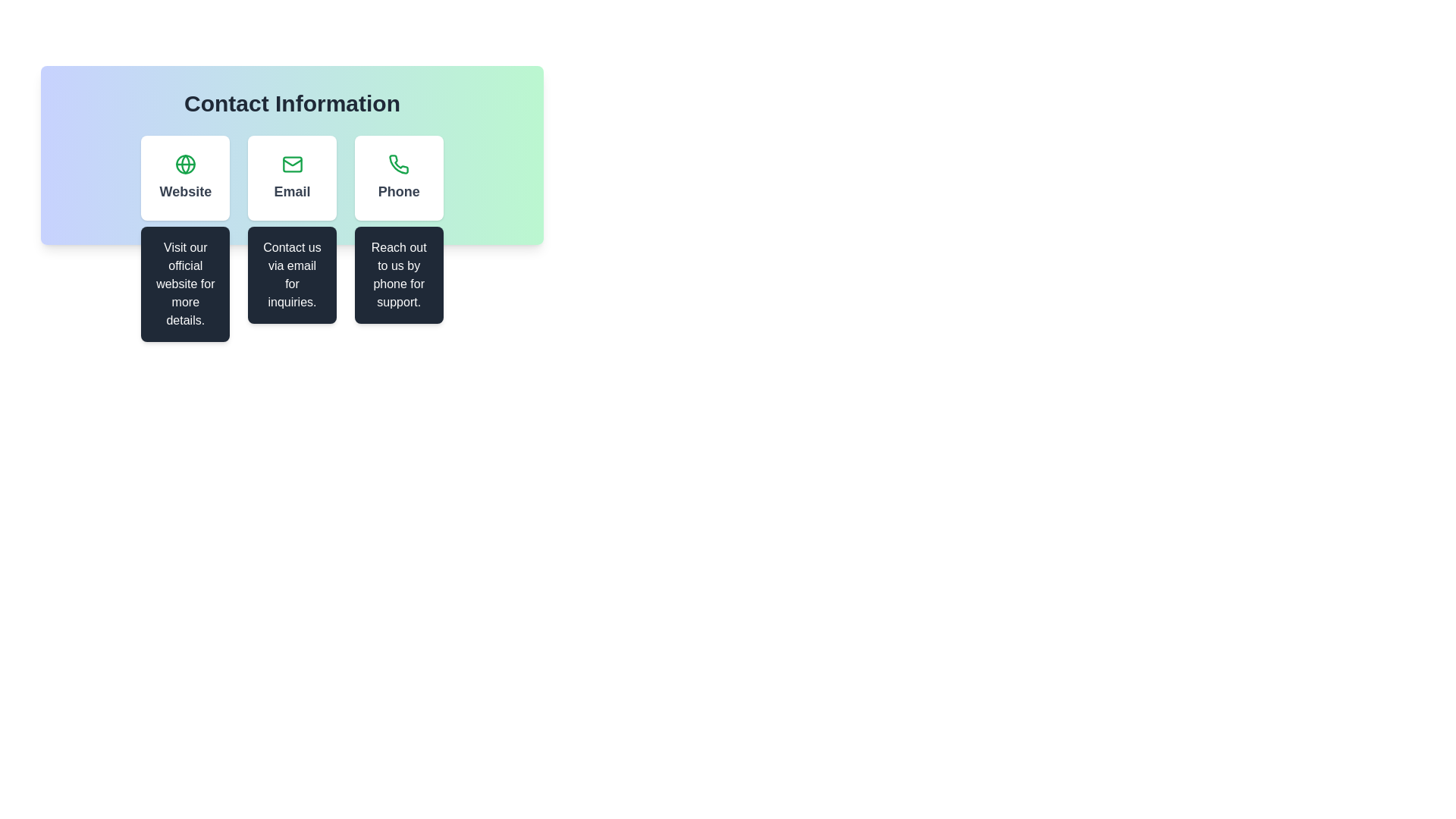  What do you see at coordinates (292, 177) in the screenshot?
I see `the email contact button located under the 'Contact Information' heading` at bounding box center [292, 177].